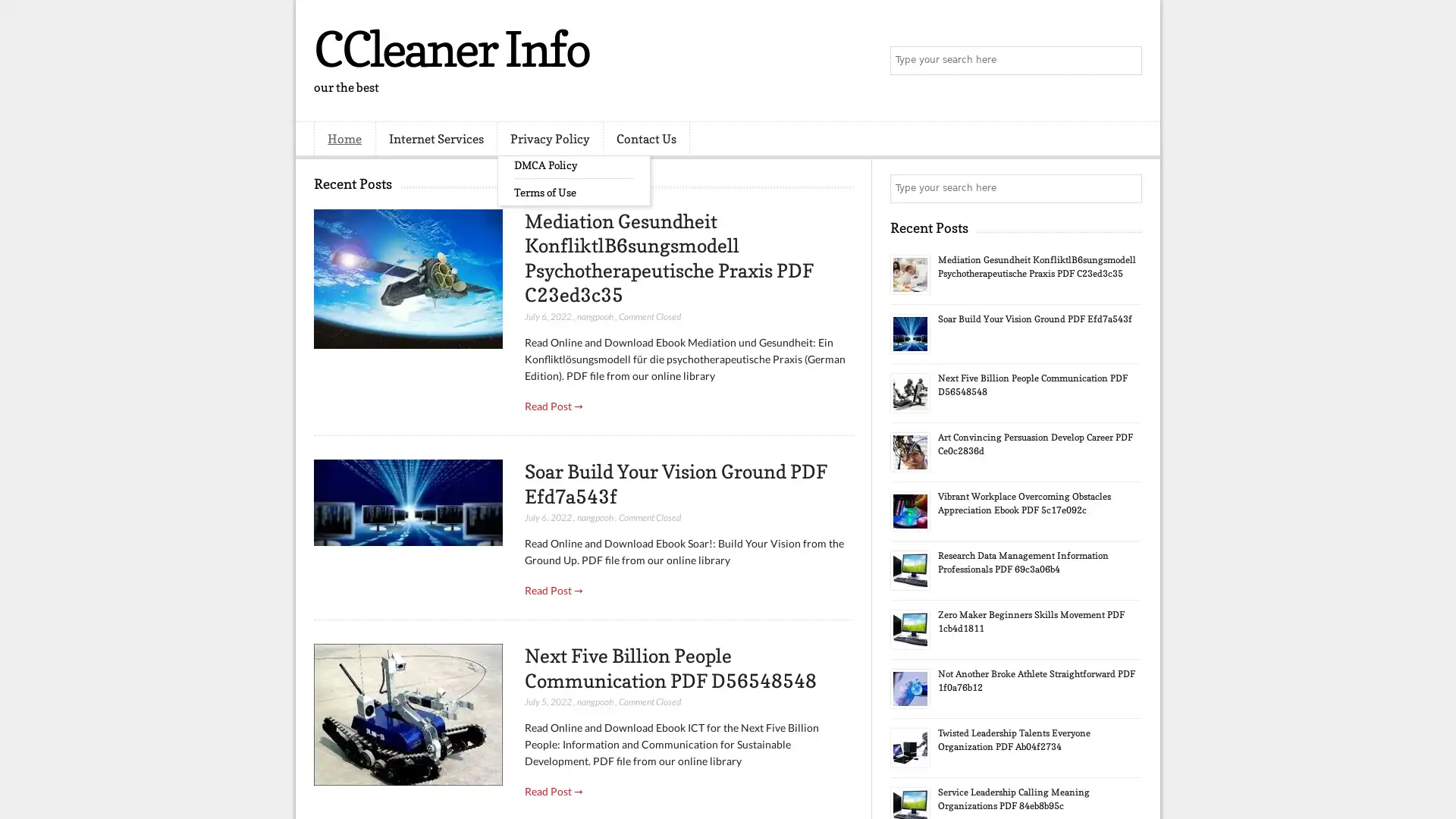 Image resolution: width=1456 pixels, height=819 pixels. Describe the element at coordinates (1126, 188) in the screenshot. I see `Search` at that location.